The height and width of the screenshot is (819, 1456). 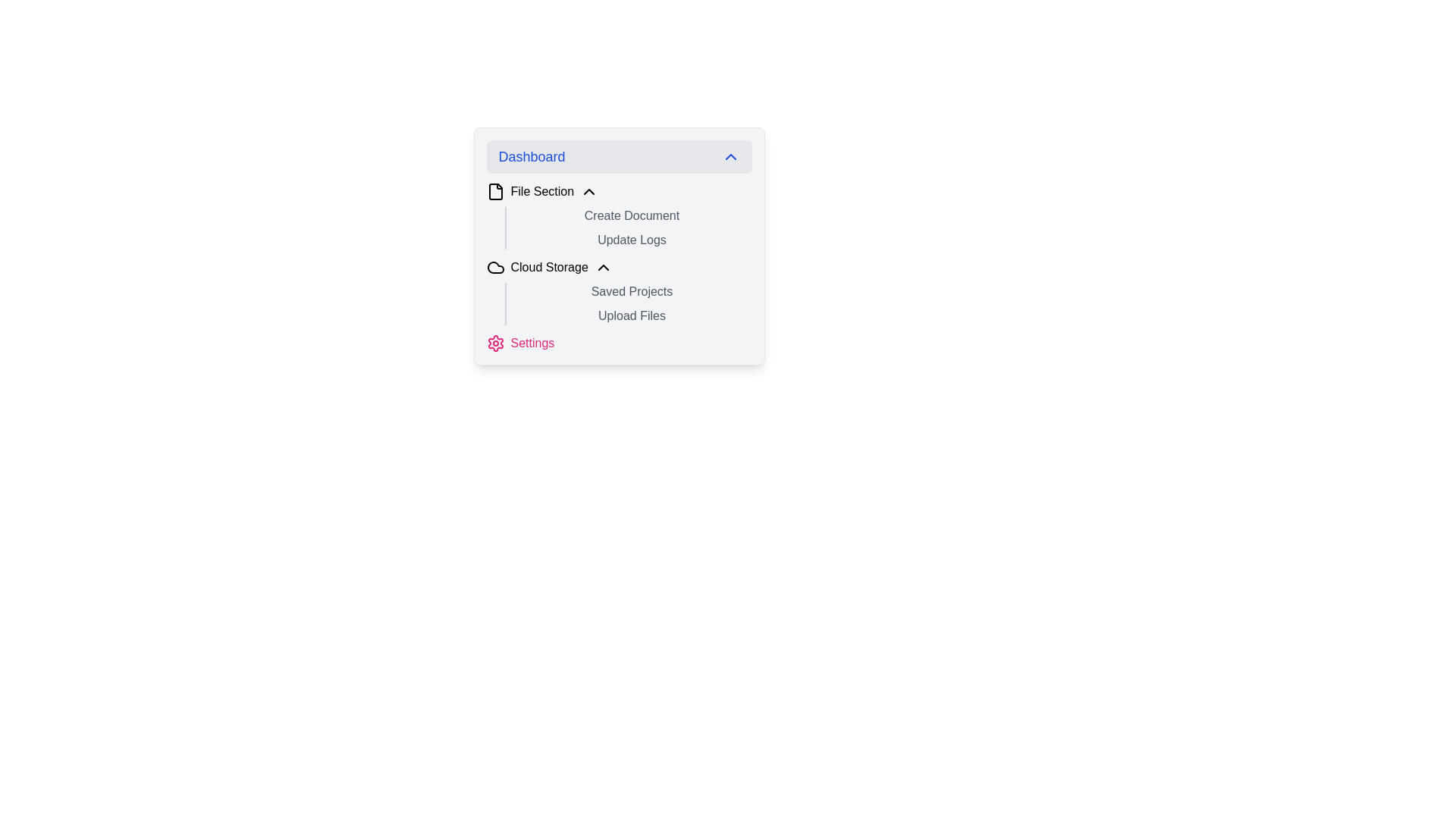 What do you see at coordinates (588, 191) in the screenshot?
I see `the downward-pointing chevron icon representing the dropdown toggle located near the 'File Section' text` at bounding box center [588, 191].